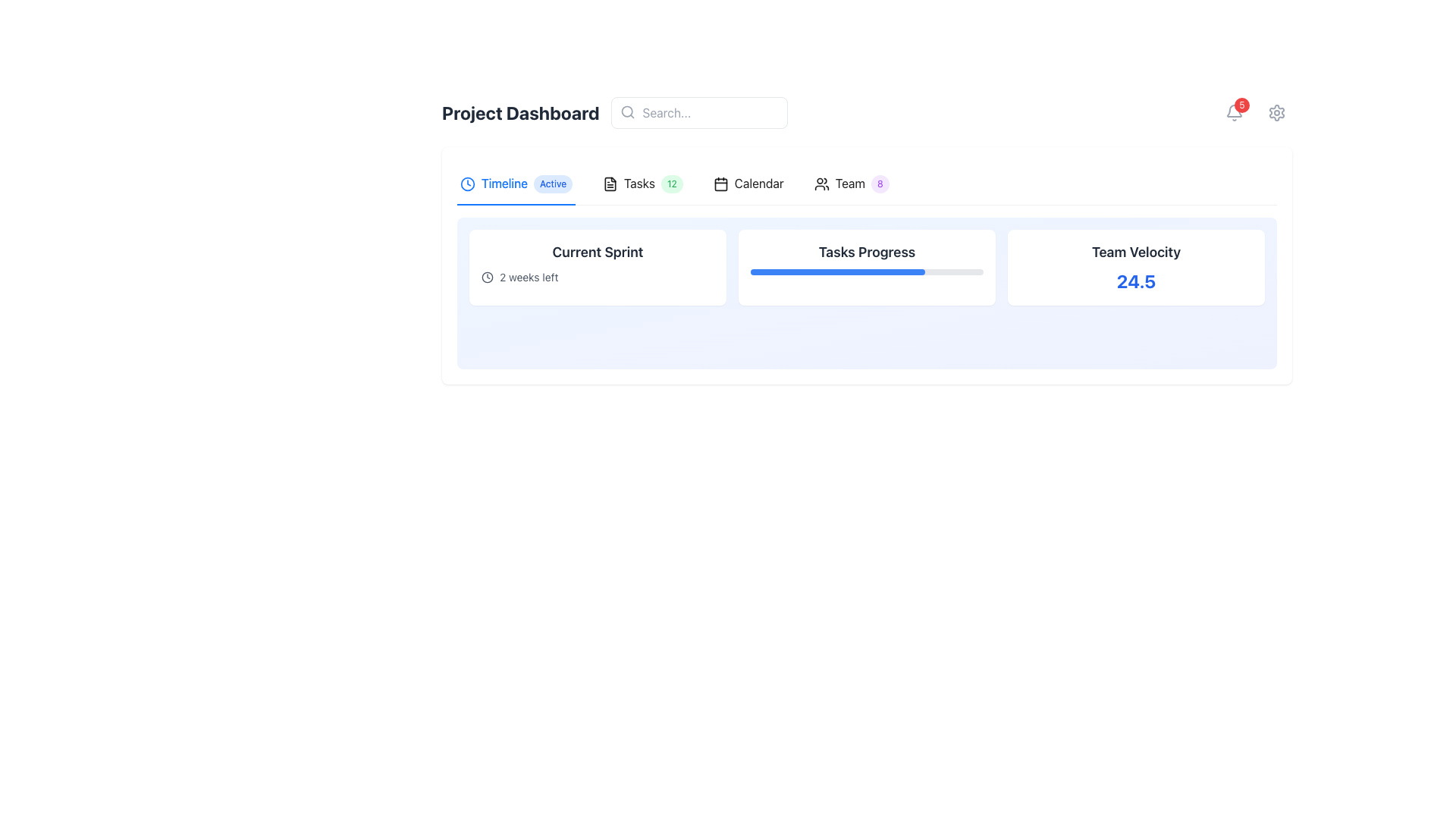 This screenshot has width=1456, height=819. Describe the element at coordinates (837, 271) in the screenshot. I see `the progress bar component located in the 'Tasks Progress' card, which visually represents task completion` at that location.